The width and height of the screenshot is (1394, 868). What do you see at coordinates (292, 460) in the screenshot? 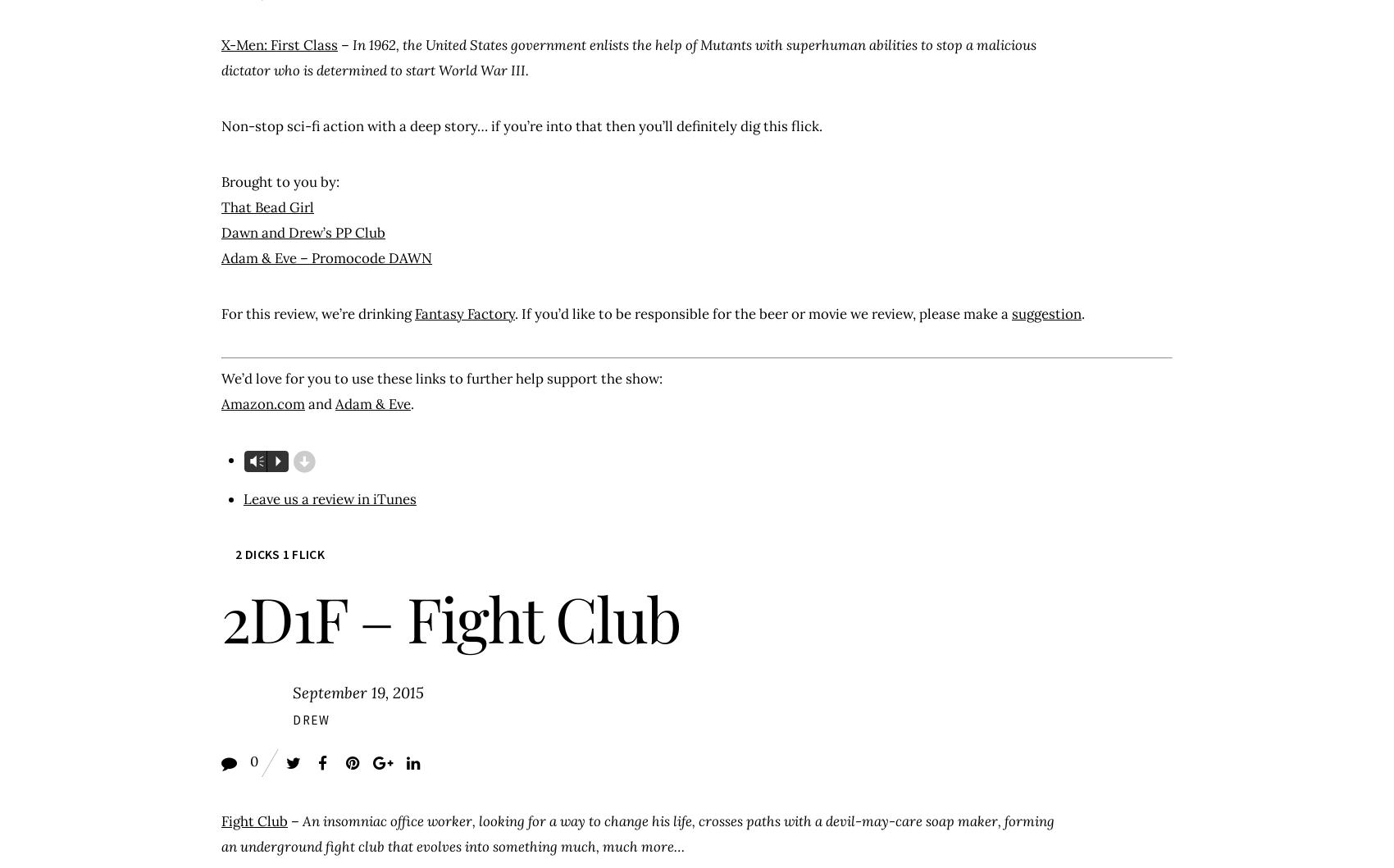
I see `'d'` at bounding box center [292, 460].